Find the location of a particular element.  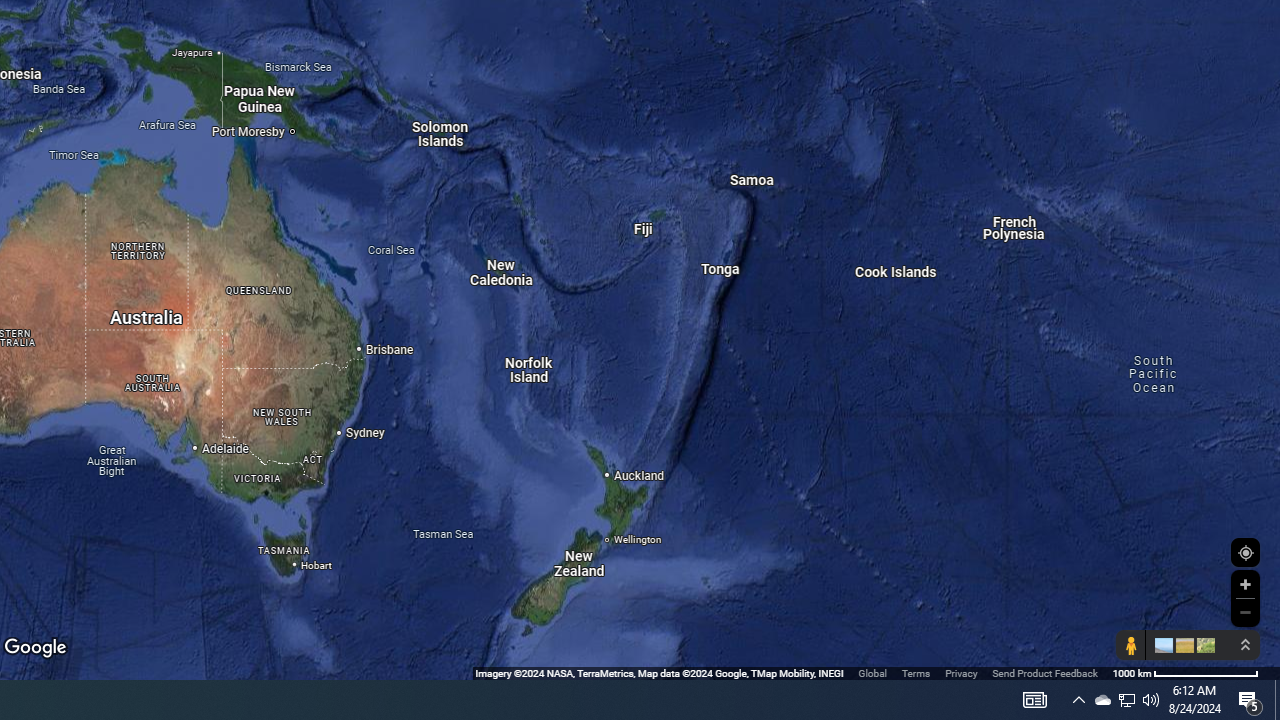

'Zoom in' is located at coordinates (1244, 584).